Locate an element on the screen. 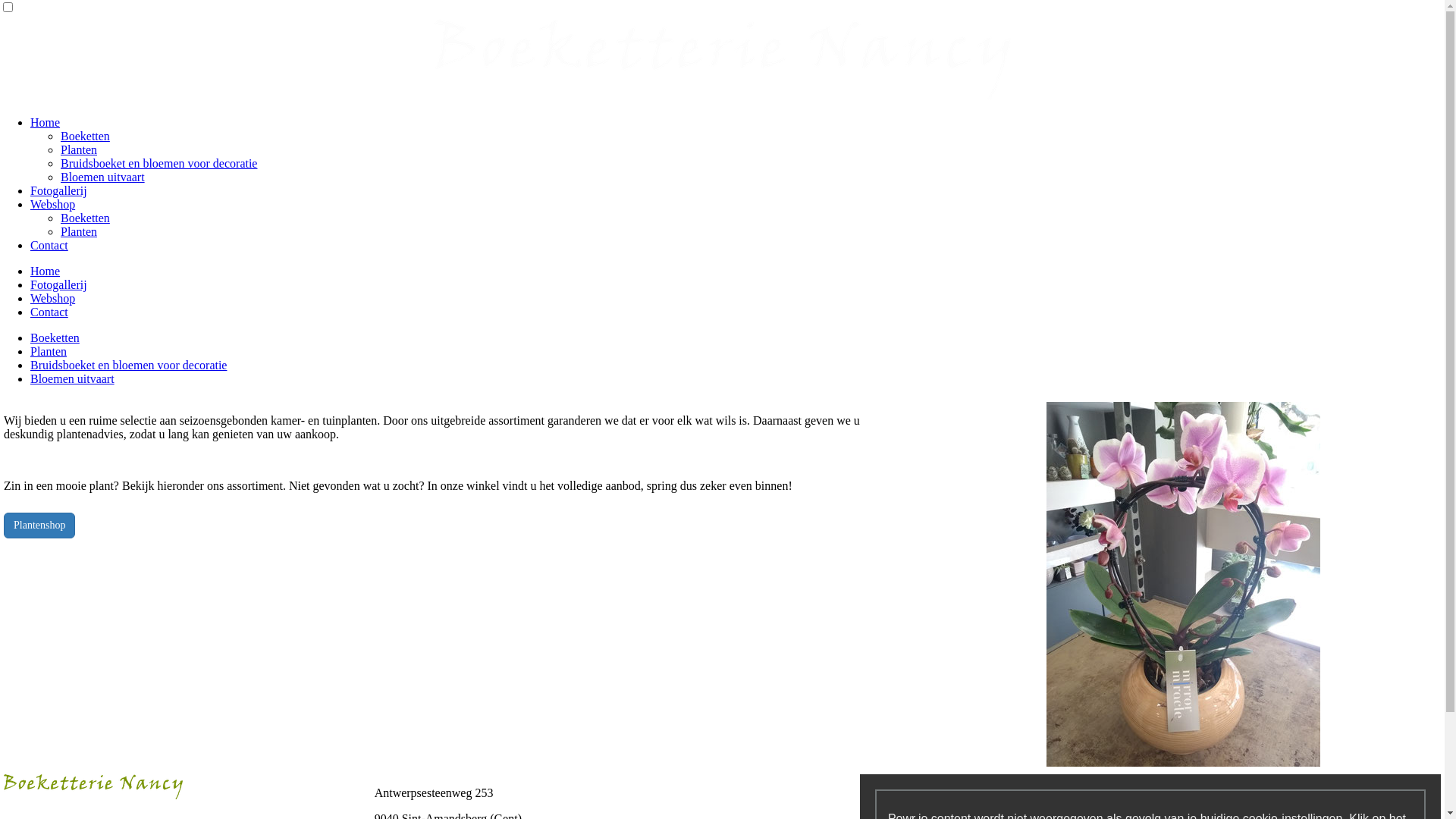 This screenshot has height=819, width=1456. 'Bloemen uitvaart' is located at coordinates (30, 378).